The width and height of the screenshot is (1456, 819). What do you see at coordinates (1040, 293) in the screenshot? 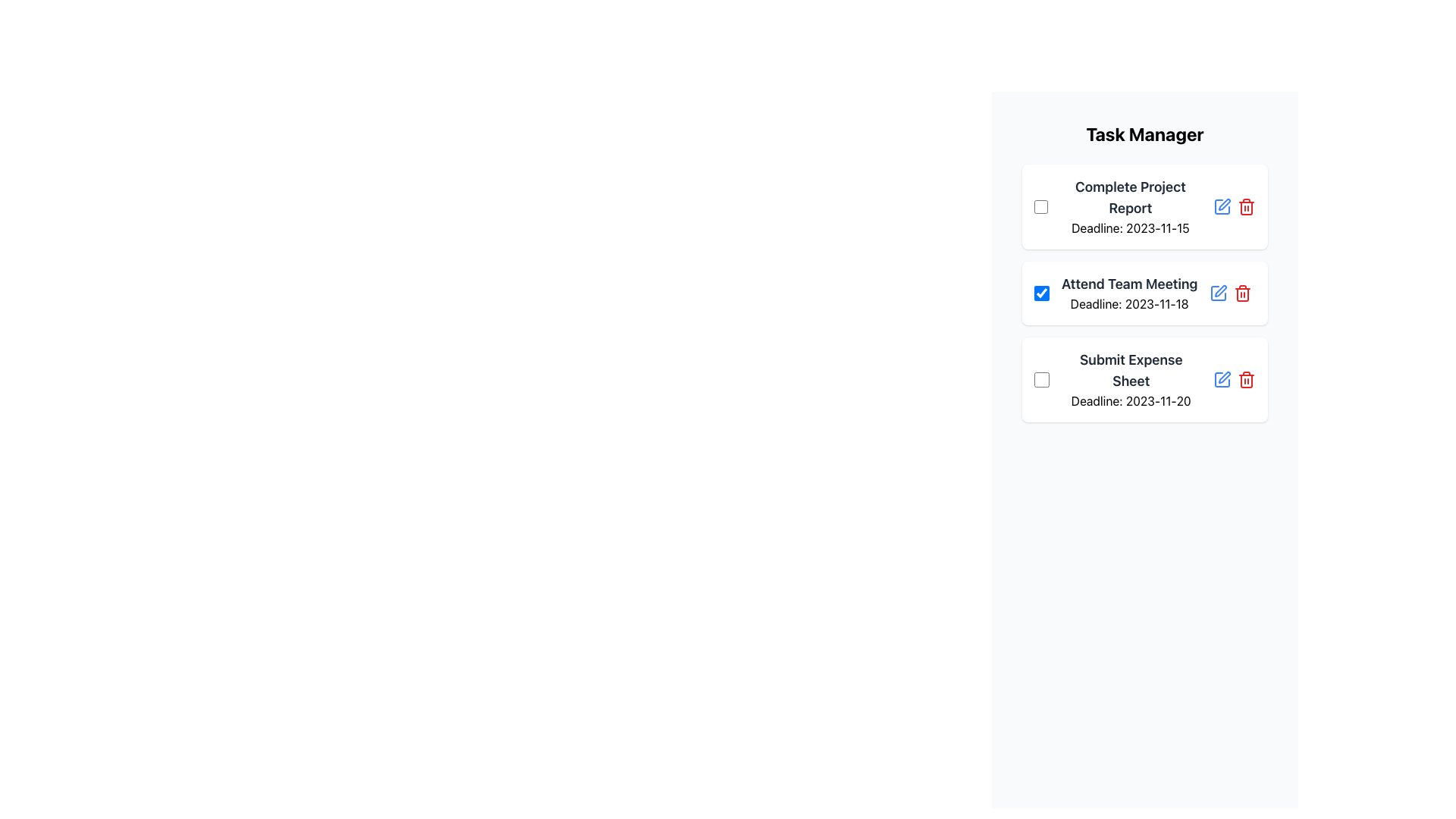
I see `the checkbox` at bounding box center [1040, 293].